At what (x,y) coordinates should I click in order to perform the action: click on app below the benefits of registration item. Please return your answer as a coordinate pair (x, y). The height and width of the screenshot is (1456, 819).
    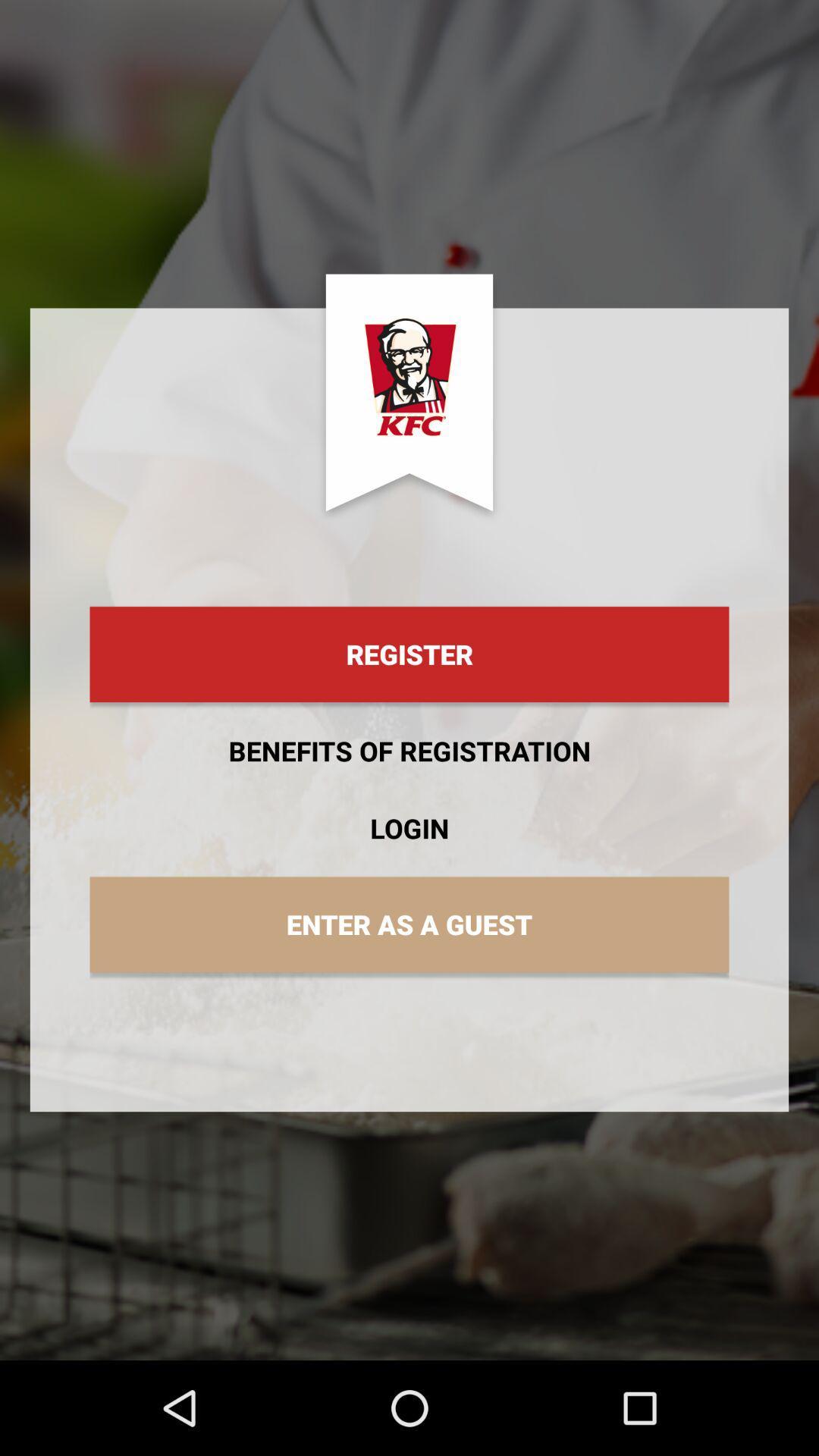
    Looking at the image, I should click on (409, 827).